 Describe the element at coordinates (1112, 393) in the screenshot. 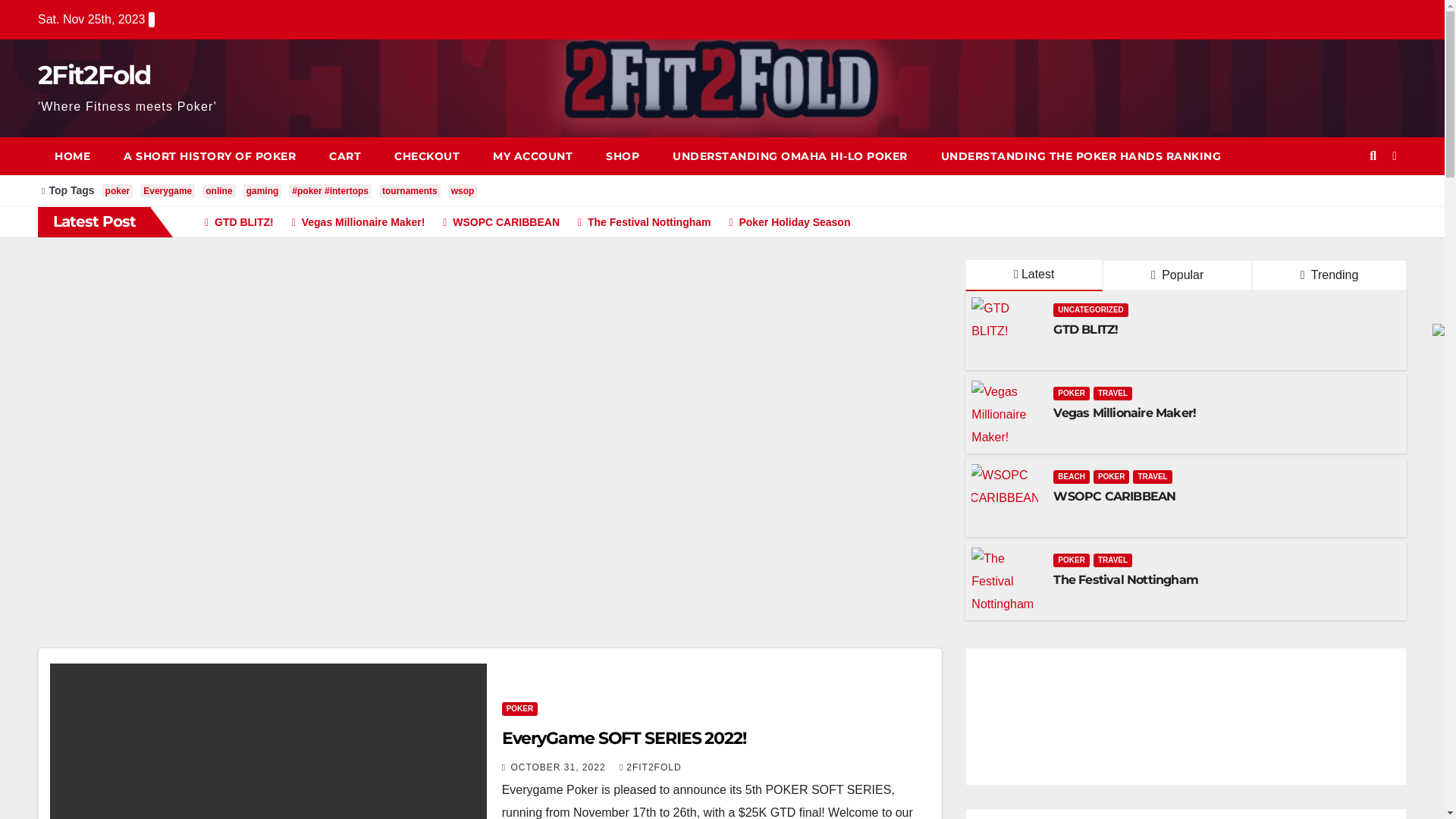

I see `'TRAVEL'` at that location.